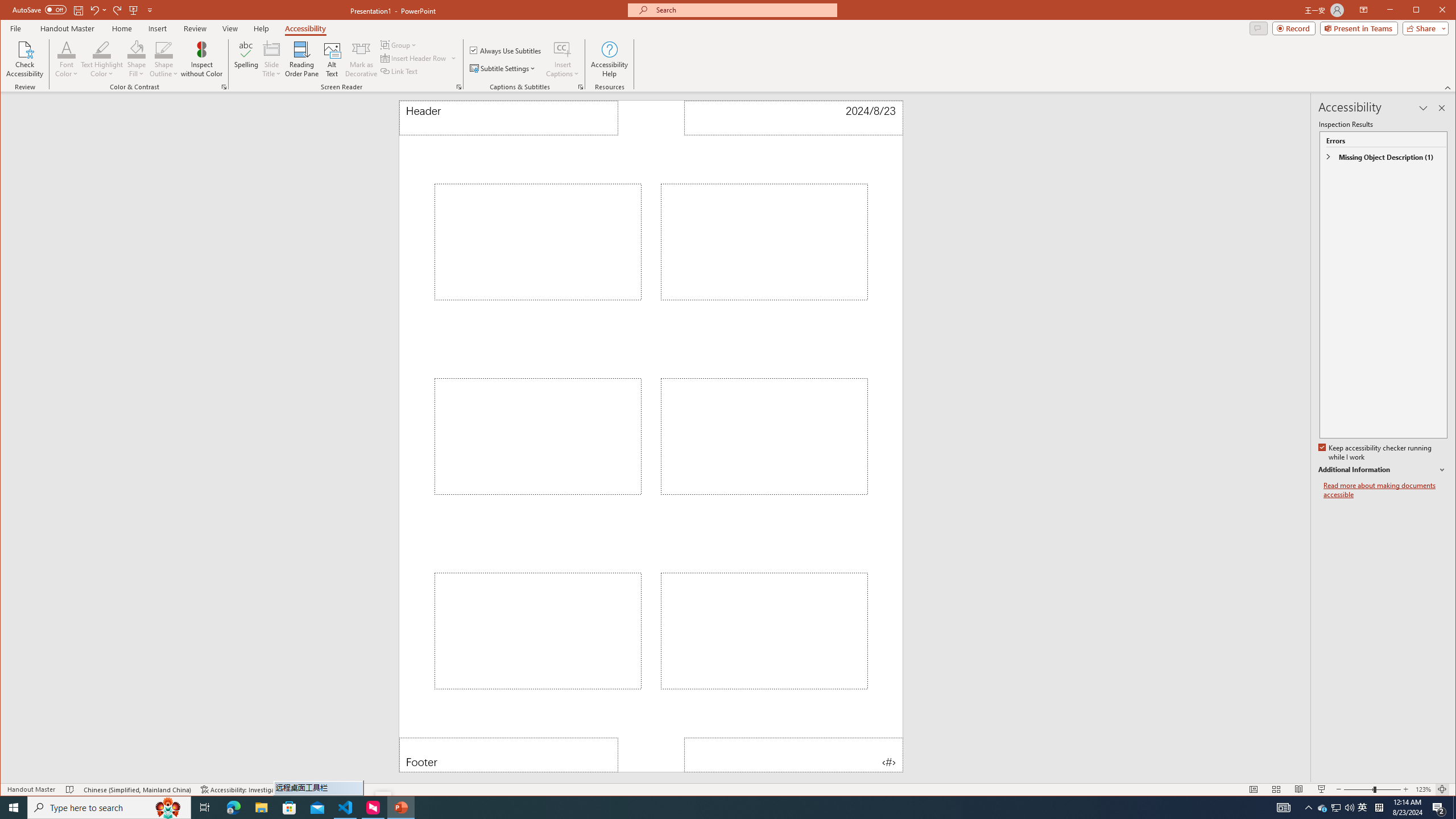 Image resolution: width=1456 pixels, height=819 pixels. I want to click on 'Slide Title', so click(271, 59).